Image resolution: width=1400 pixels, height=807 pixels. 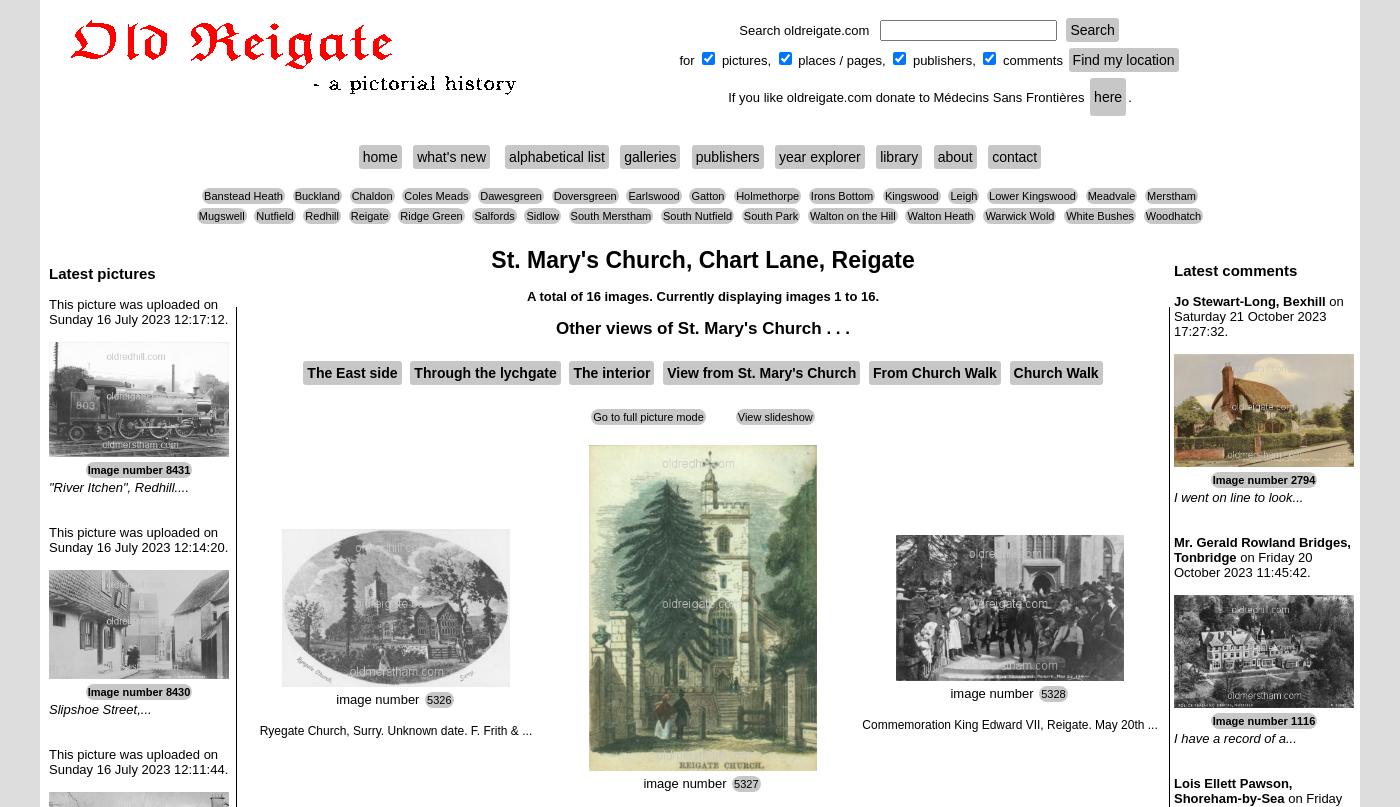 What do you see at coordinates (494, 216) in the screenshot?
I see `'Salfords'` at bounding box center [494, 216].